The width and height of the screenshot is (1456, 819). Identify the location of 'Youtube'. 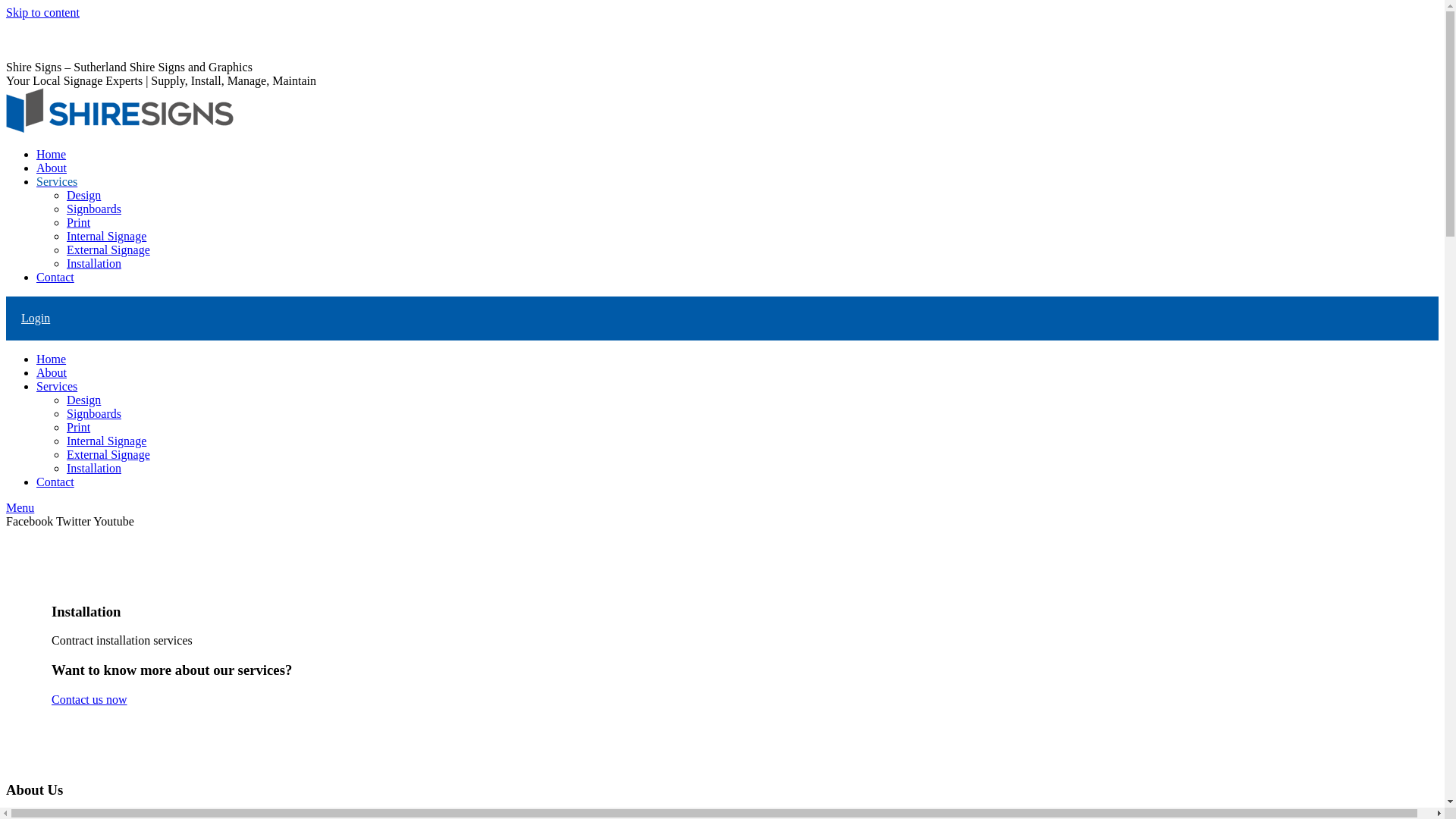
(112, 520).